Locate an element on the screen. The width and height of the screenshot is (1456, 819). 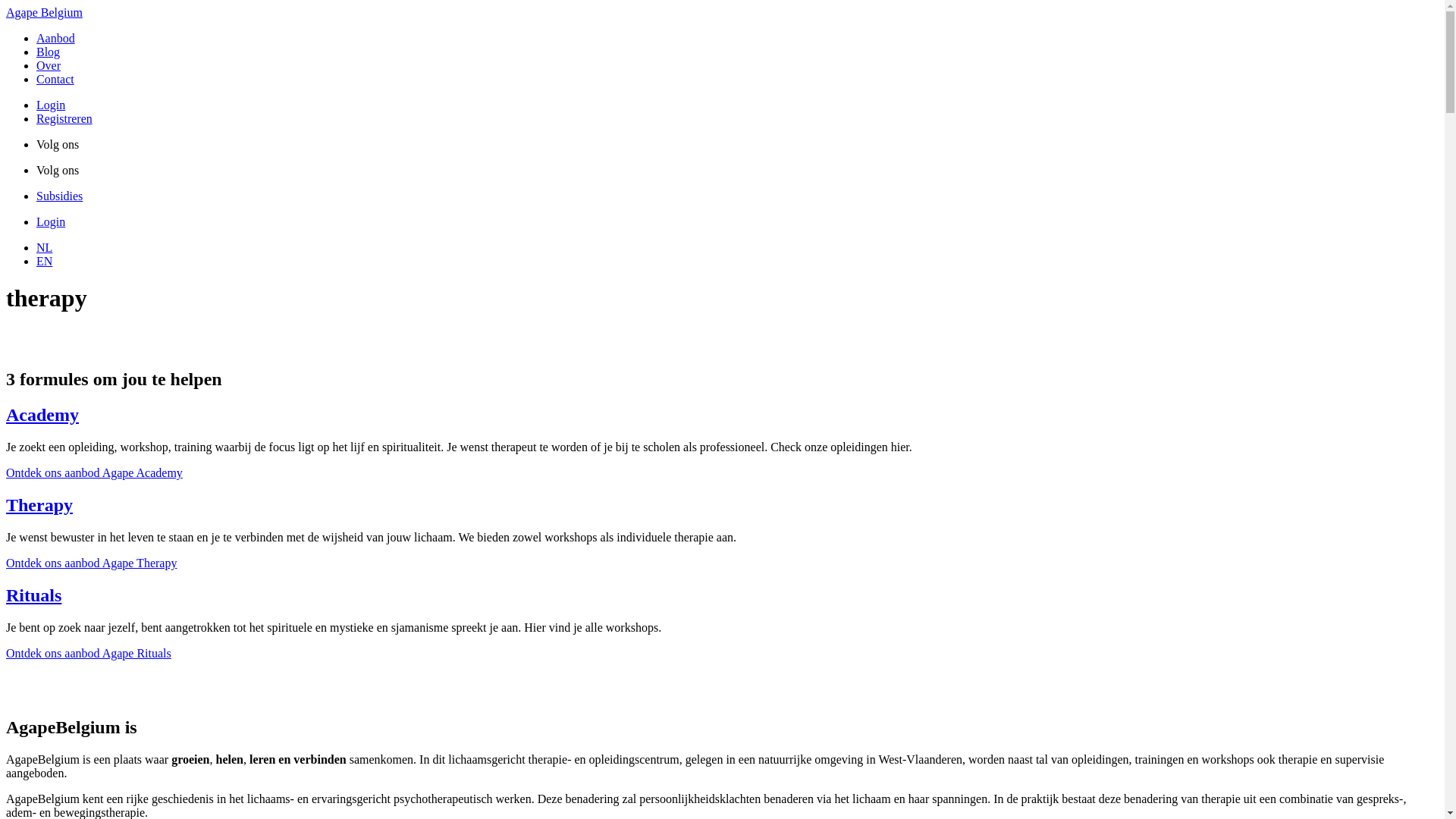
'Contact' is located at coordinates (55, 79).